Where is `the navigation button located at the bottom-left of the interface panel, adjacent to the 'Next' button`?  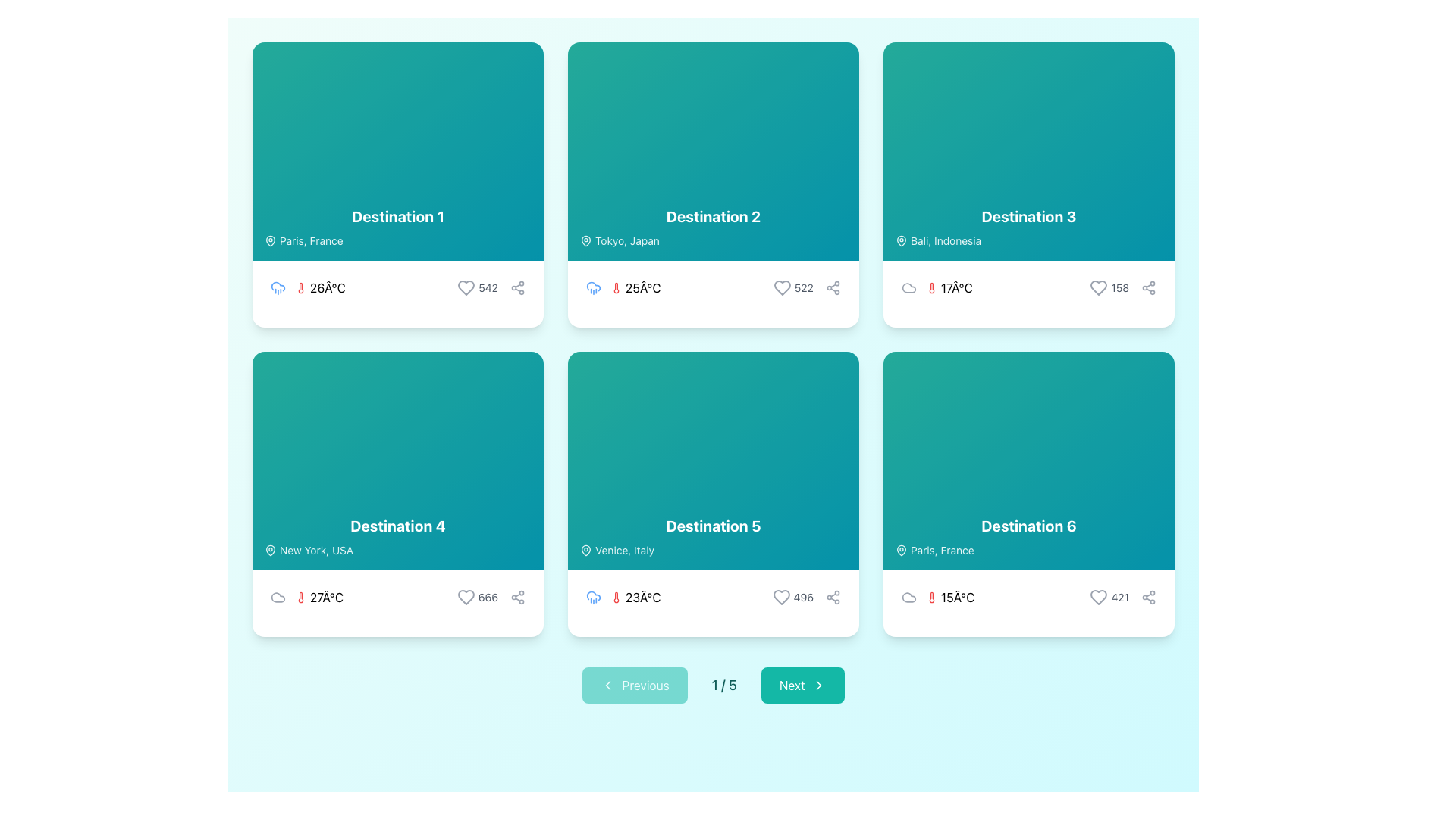 the navigation button located at the bottom-left of the interface panel, adjacent to the 'Next' button is located at coordinates (635, 685).